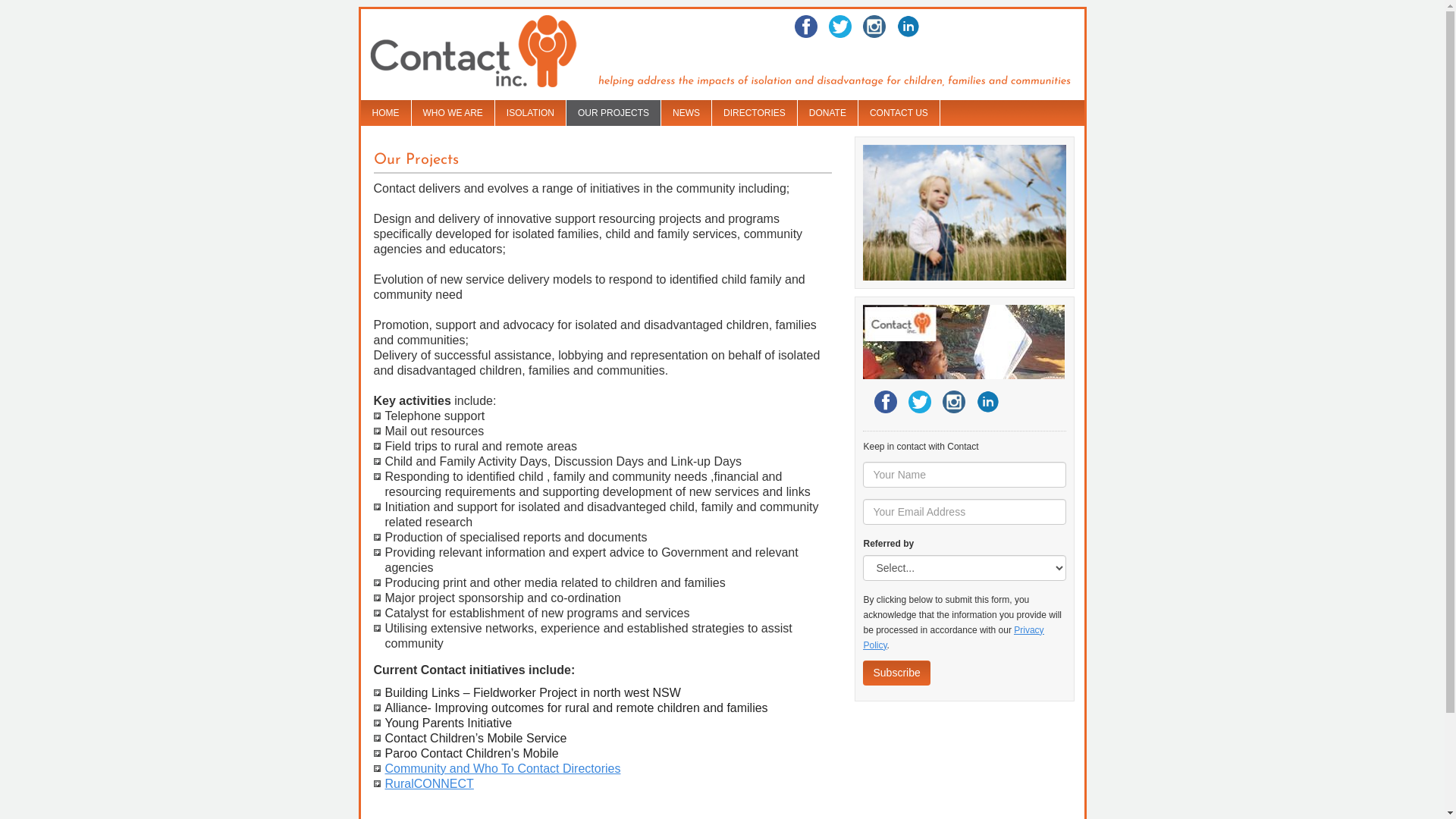 This screenshot has width=1456, height=819. What do you see at coordinates (805, 26) in the screenshot?
I see `'Facebook'` at bounding box center [805, 26].